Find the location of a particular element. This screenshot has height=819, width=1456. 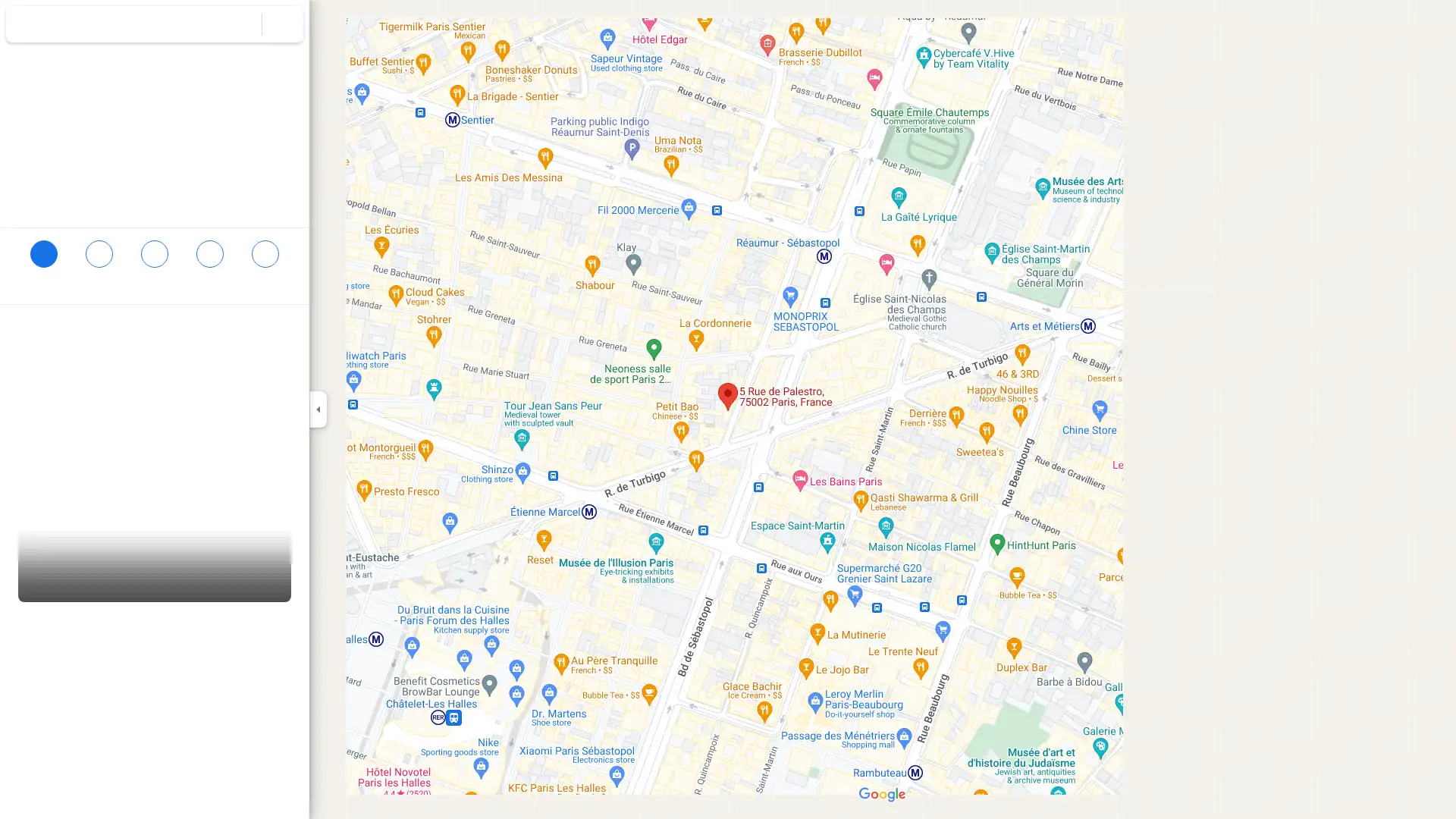

Search nearby 5 Rue de Palestro is located at coordinates (154, 259).